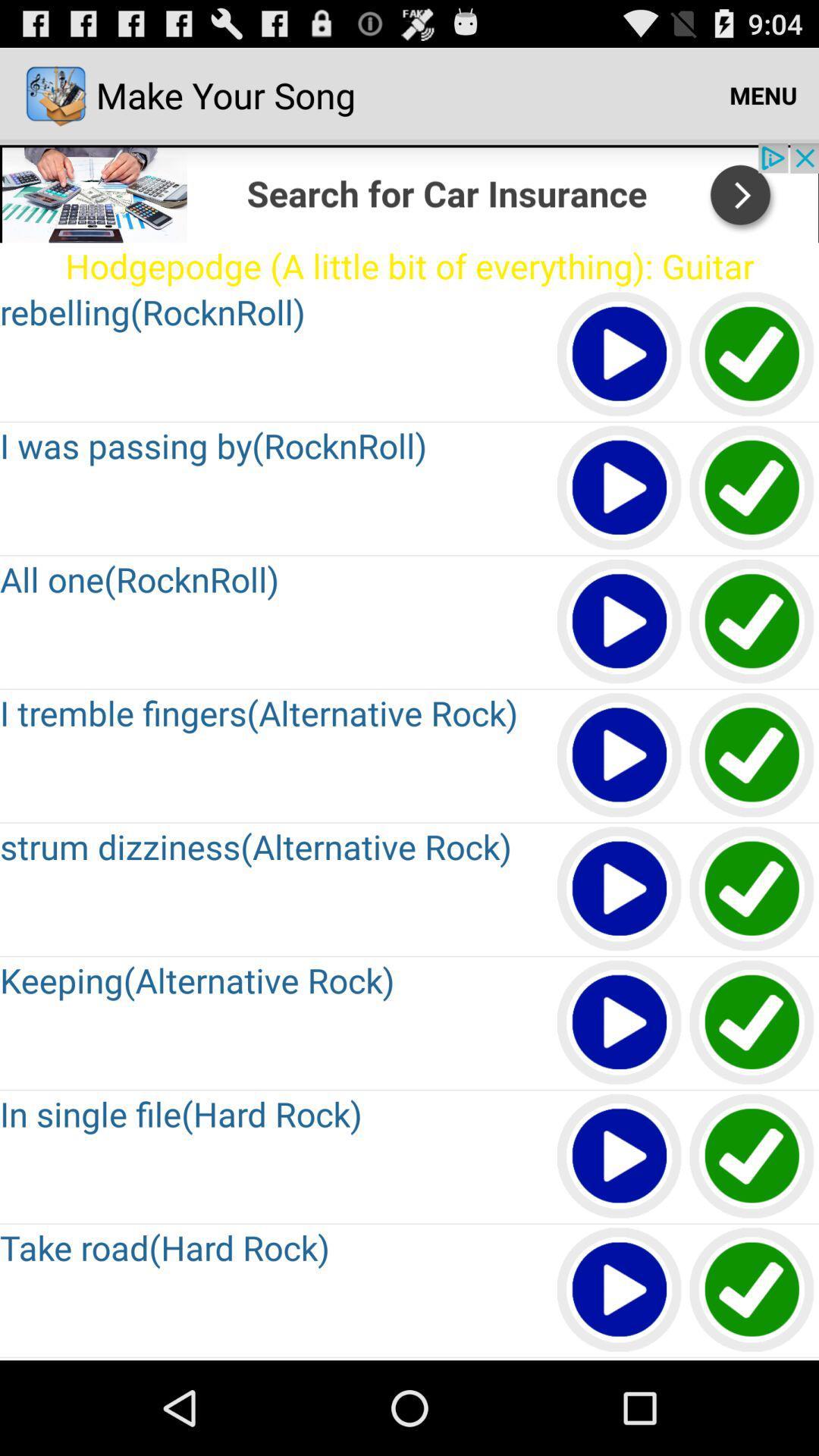  Describe the element at coordinates (409, 192) in the screenshot. I see `go next` at that location.